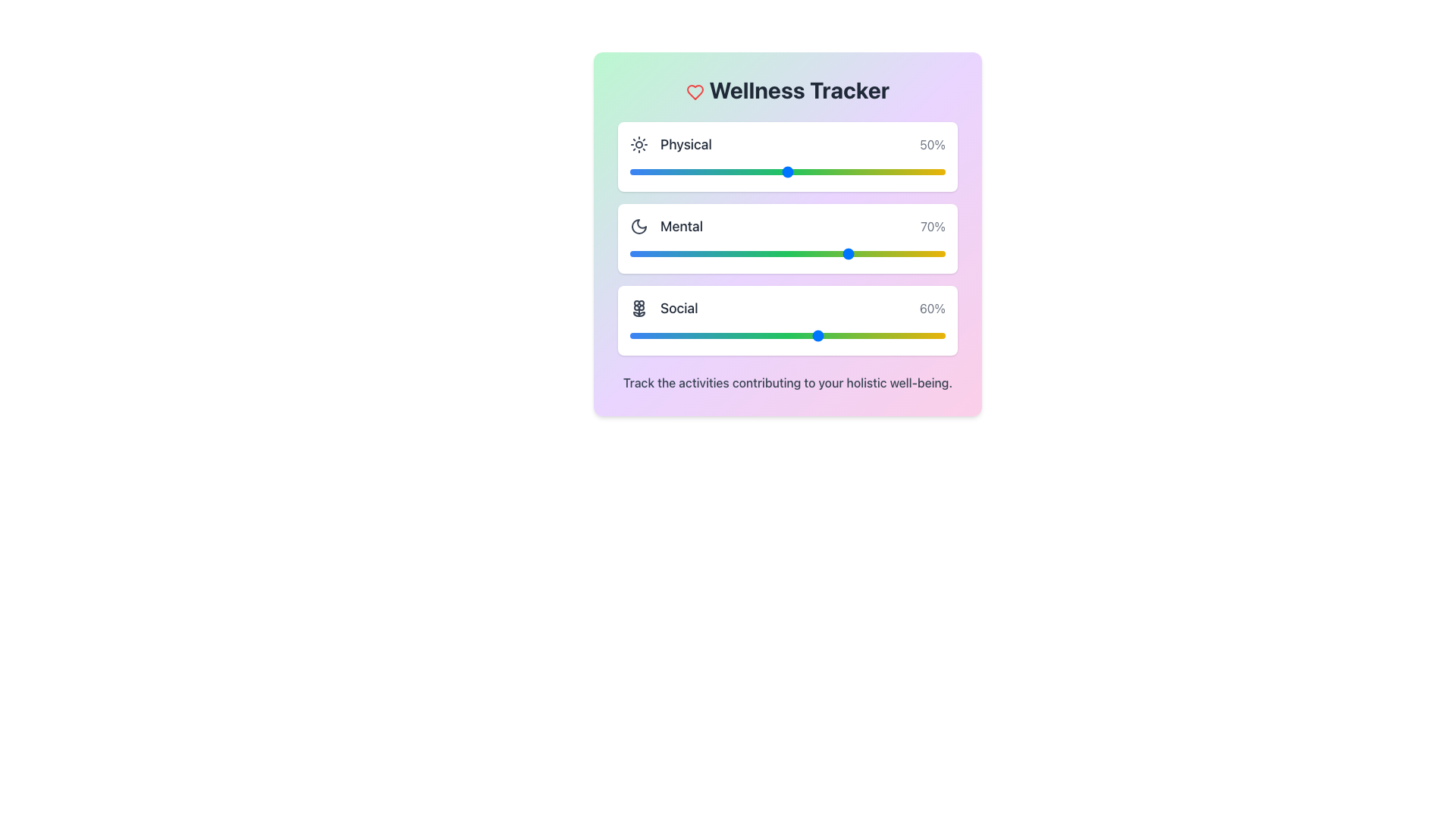 Image resolution: width=1456 pixels, height=819 pixels. What do you see at coordinates (932, 145) in the screenshot?
I see `the percentage display showing '50%' in gray text located in the top-right corner of the 'Physical' card` at bounding box center [932, 145].